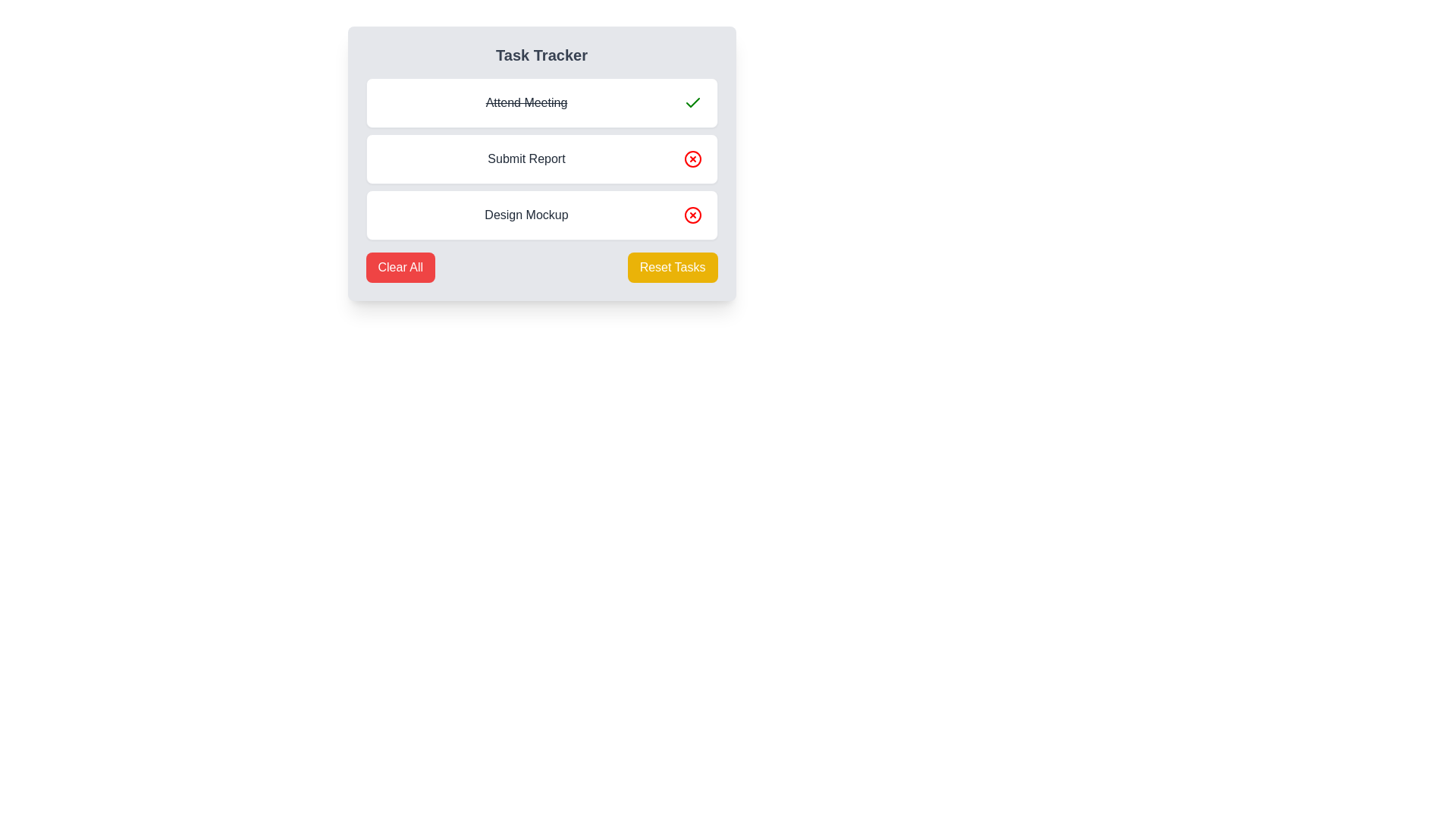 This screenshot has height=819, width=1456. I want to click on the text 'Design Mockup' in the third task item of the Task Tracker list, so click(541, 215).